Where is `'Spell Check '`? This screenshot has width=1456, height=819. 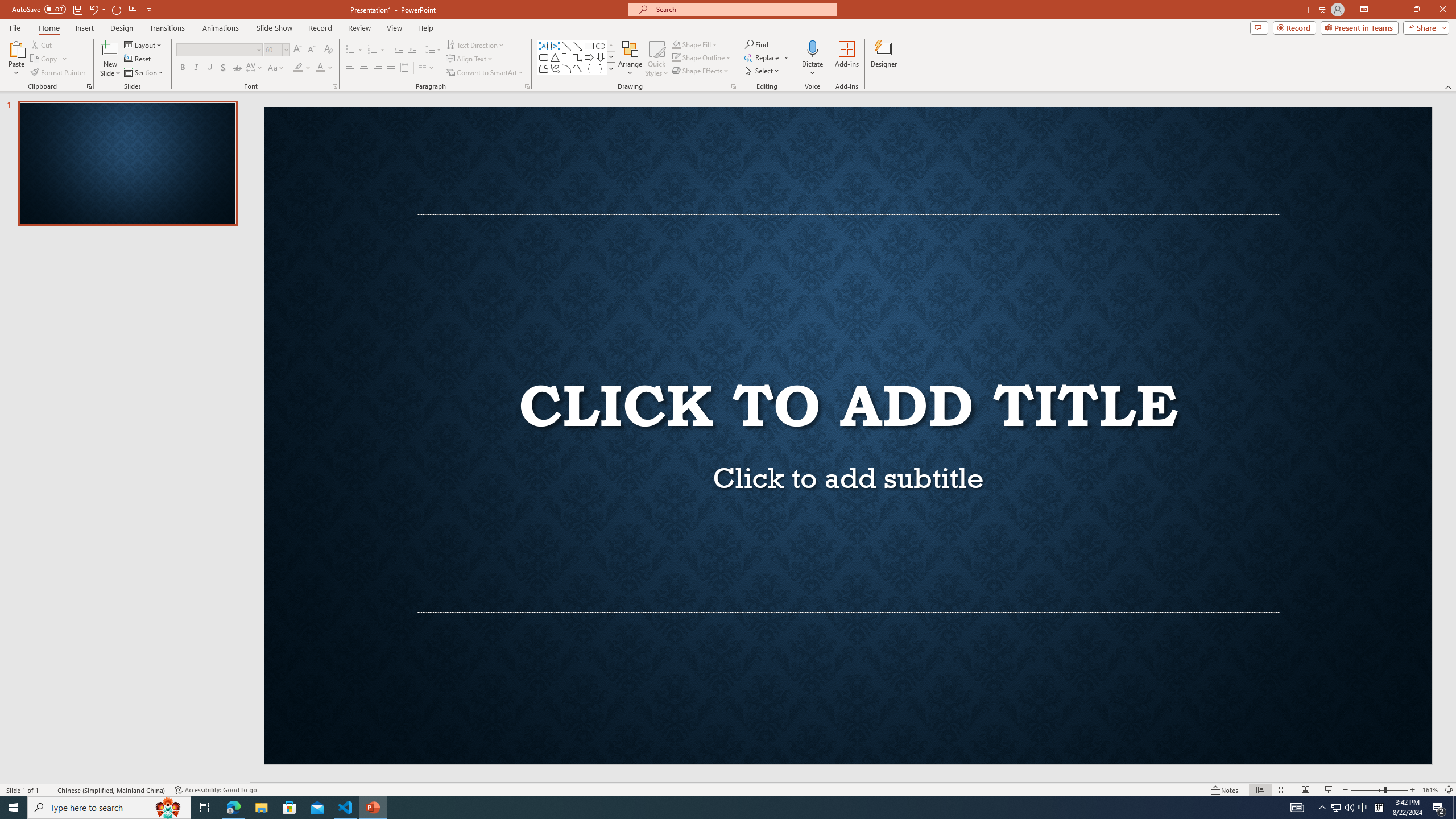 'Spell Check ' is located at coordinates (49, 790).